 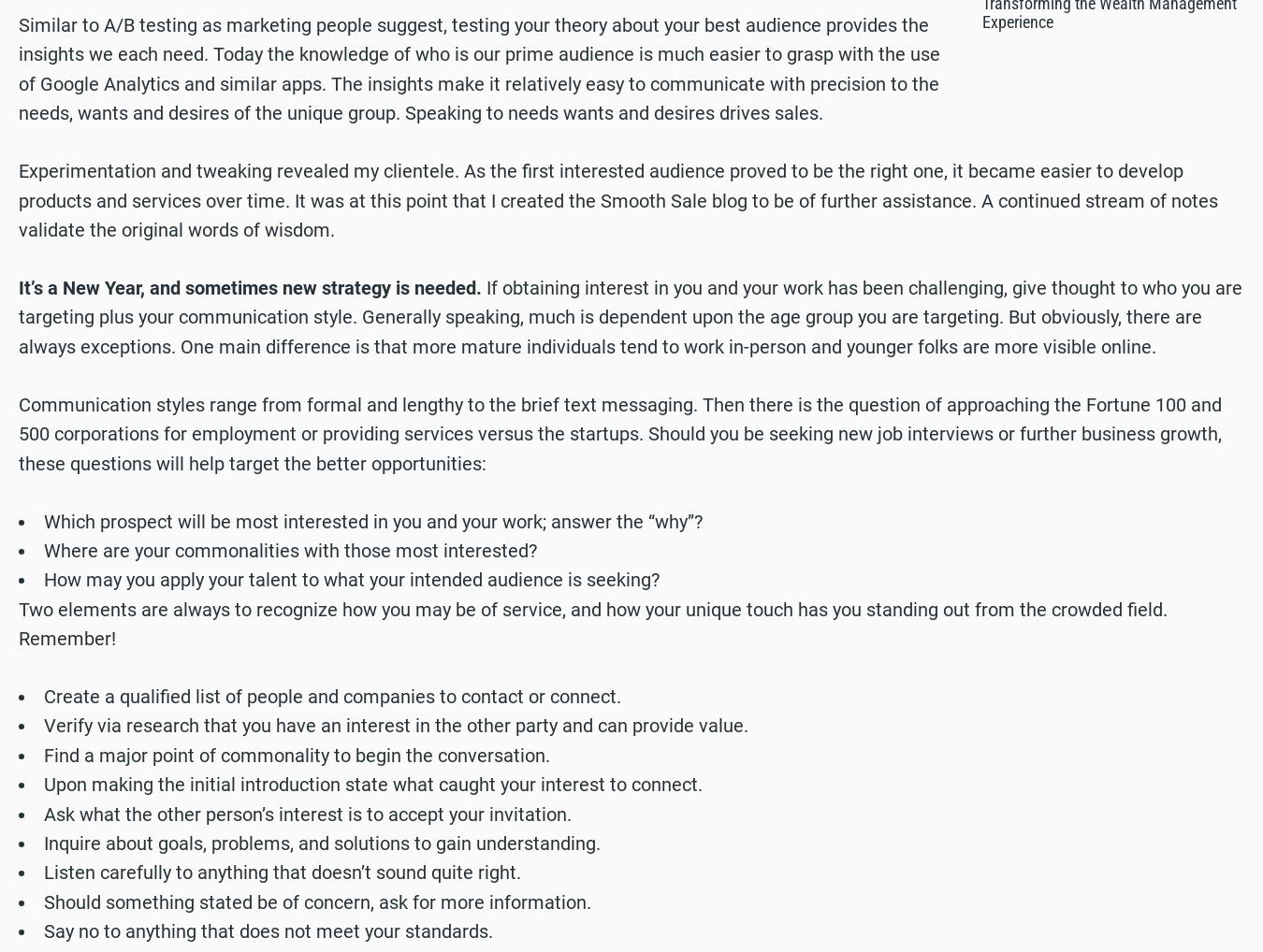 What do you see at coordinates (281, 871) in the screenshot?
I see `'Listen carefully to anything that doesn’t sound quite right.'` at bounding box center [281, 871].